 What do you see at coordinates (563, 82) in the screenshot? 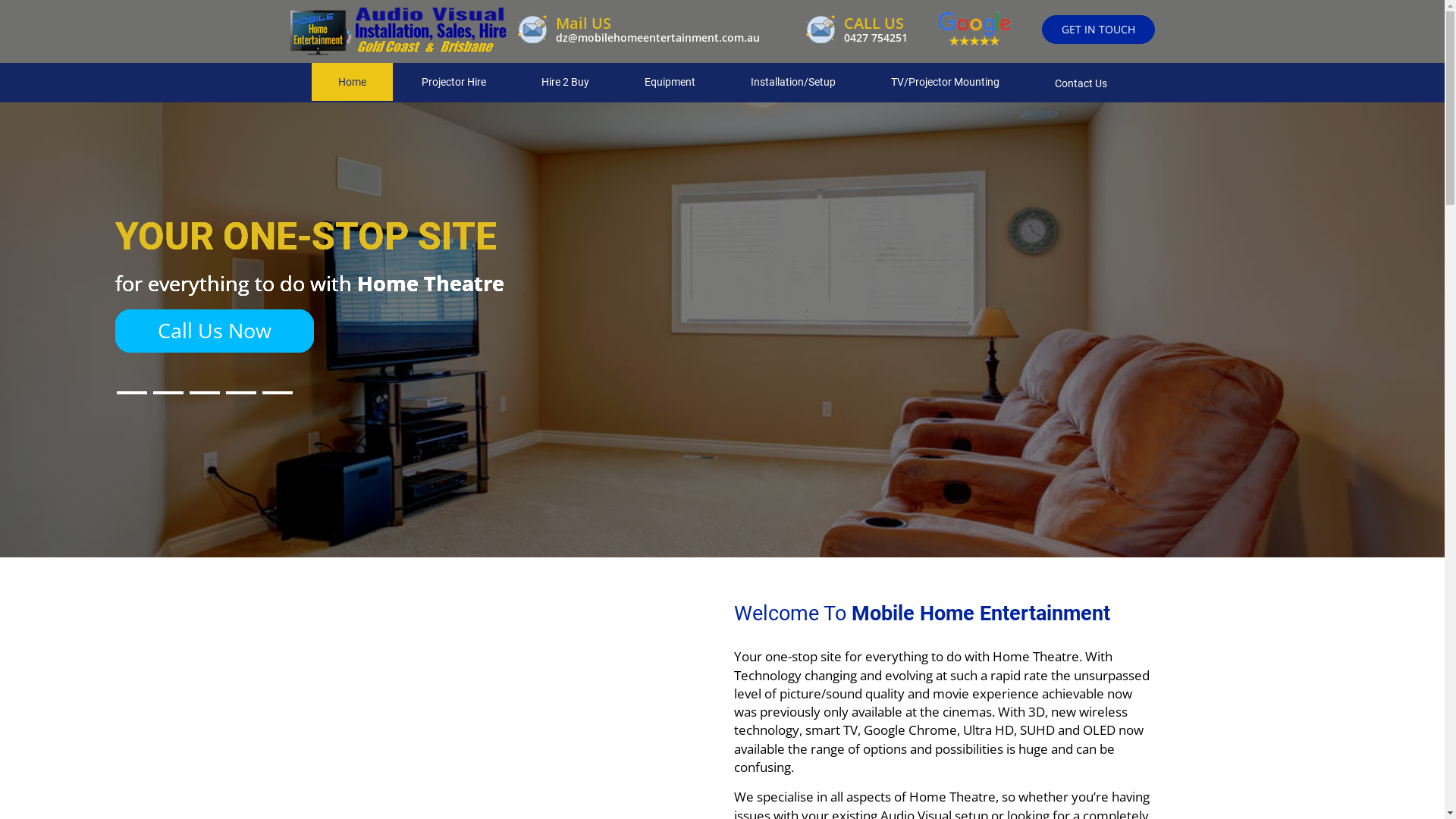
I see `'Hire 2 Buy'` at bounding box center [563, 82].